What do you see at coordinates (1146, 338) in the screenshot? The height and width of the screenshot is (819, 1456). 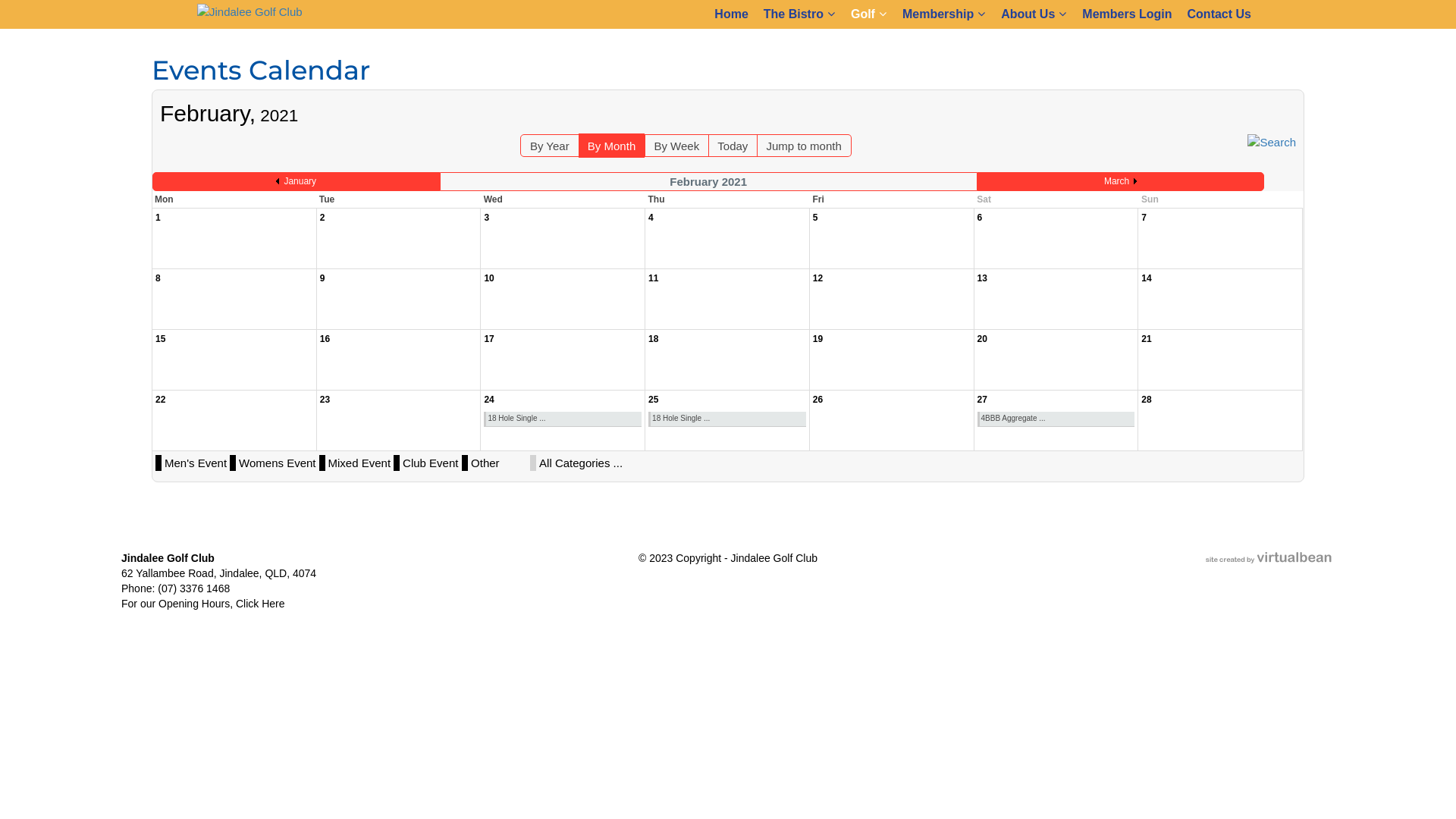 I see `'21'` at bounding box center [1146, 338].